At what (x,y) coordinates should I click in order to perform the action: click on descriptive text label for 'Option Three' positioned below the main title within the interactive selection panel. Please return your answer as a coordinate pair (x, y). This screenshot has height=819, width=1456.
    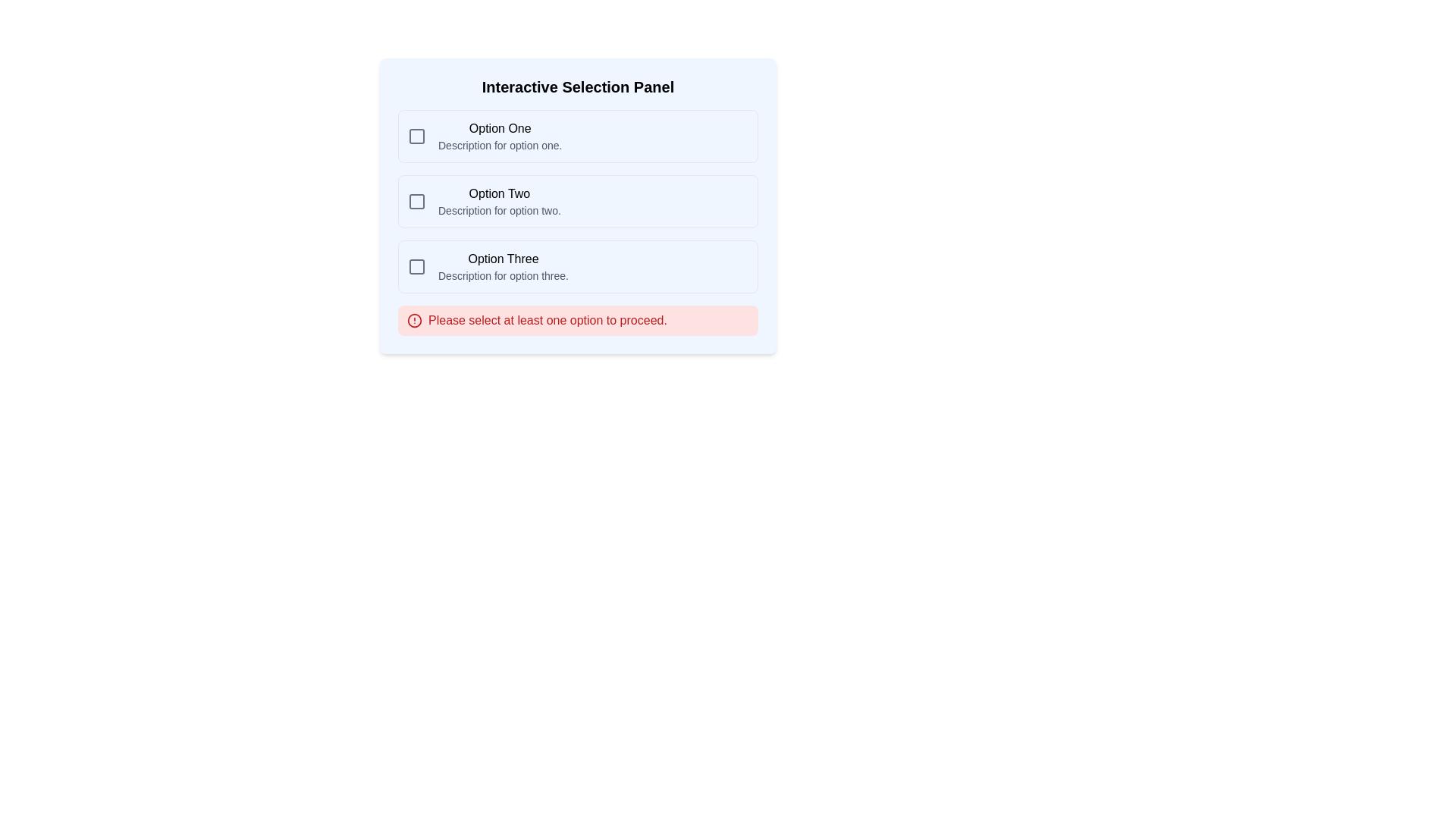
    Looking at the image, I should click on (503, 275).